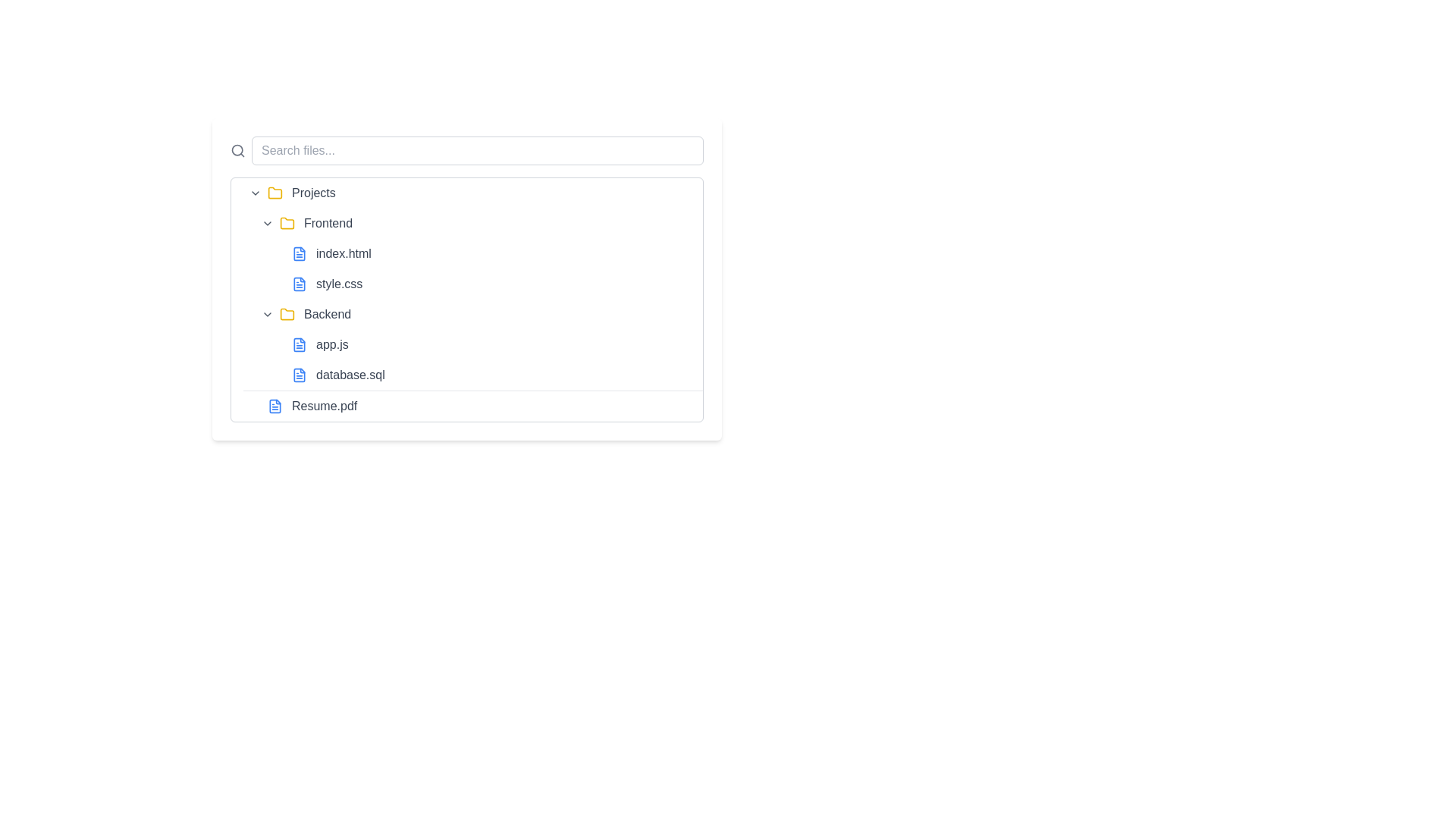  I want to click on the icon that visually indicates the type of file associated with the 'database.sql' label, positioned within the horizontal row representing the file item, so click(299, 375).